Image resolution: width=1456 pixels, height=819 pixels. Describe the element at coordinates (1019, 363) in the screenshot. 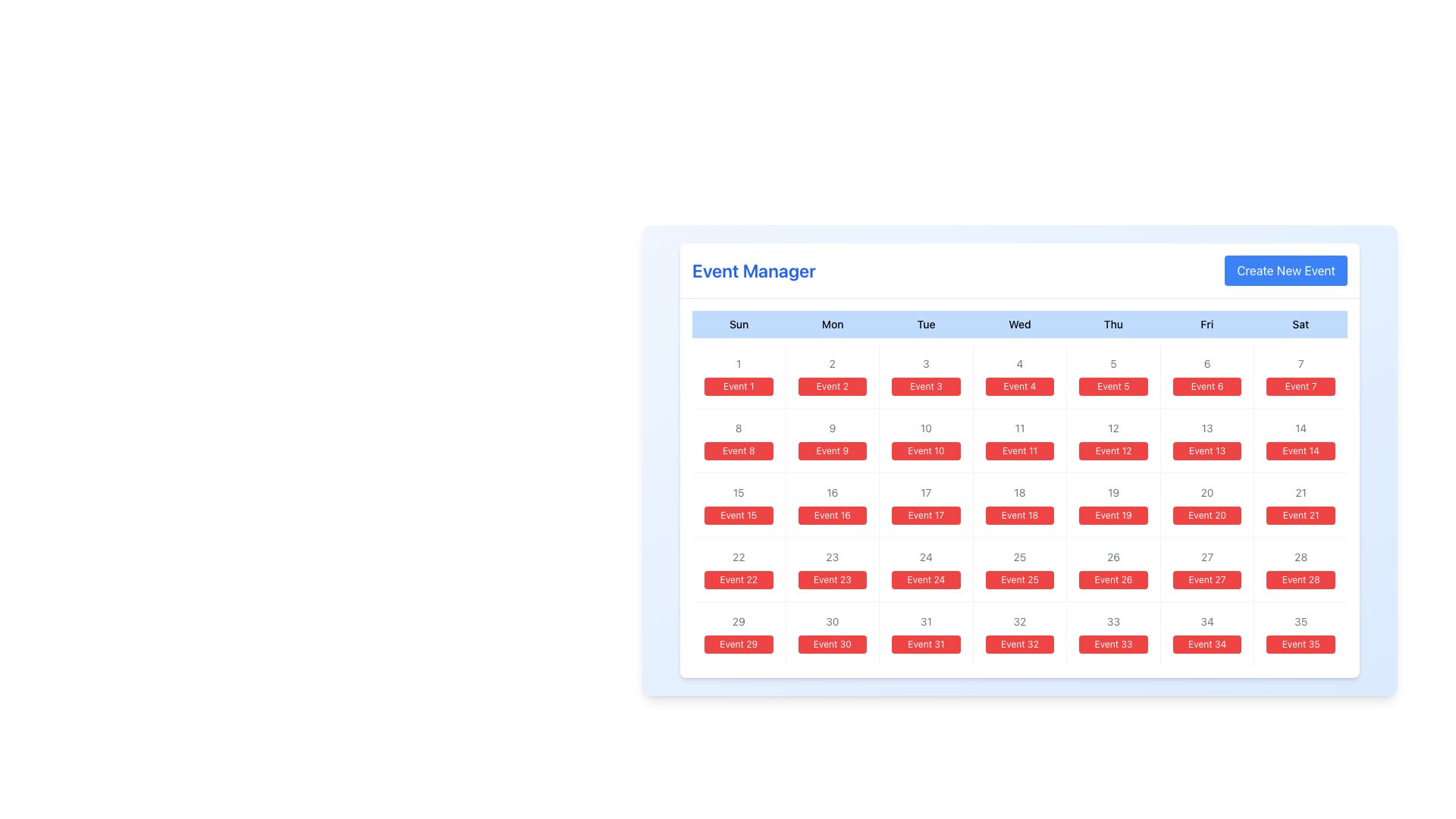

I see `numeral displayed in the Text display element that indicates the day number for 'Wednesday' in the calendar interface, located above the red button labeled 'Event 4'` at that location.